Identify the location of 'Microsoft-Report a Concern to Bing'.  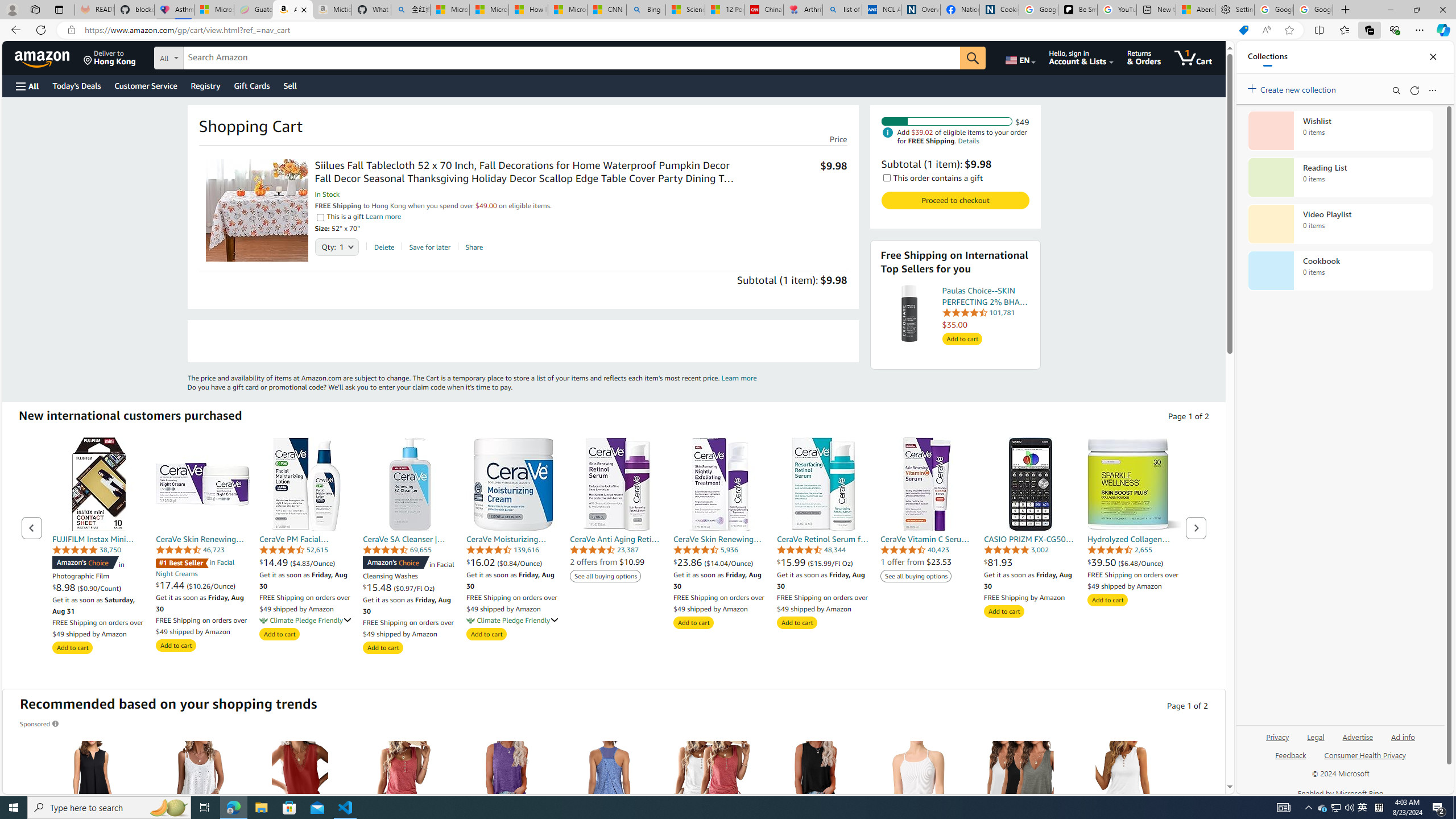
(213, 9).